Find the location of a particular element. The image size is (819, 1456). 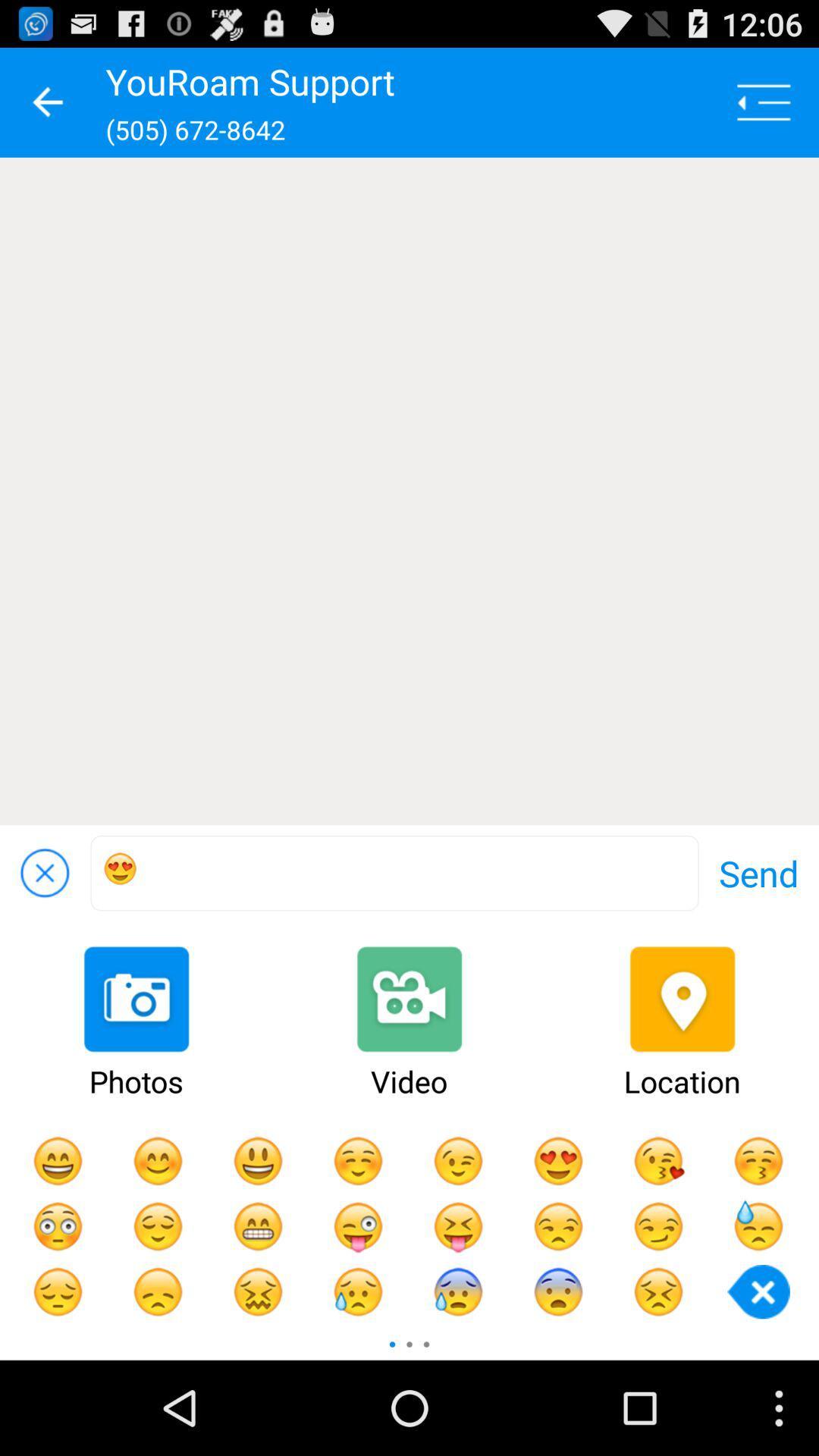

map of roaming is located at coordinates (409, 491).